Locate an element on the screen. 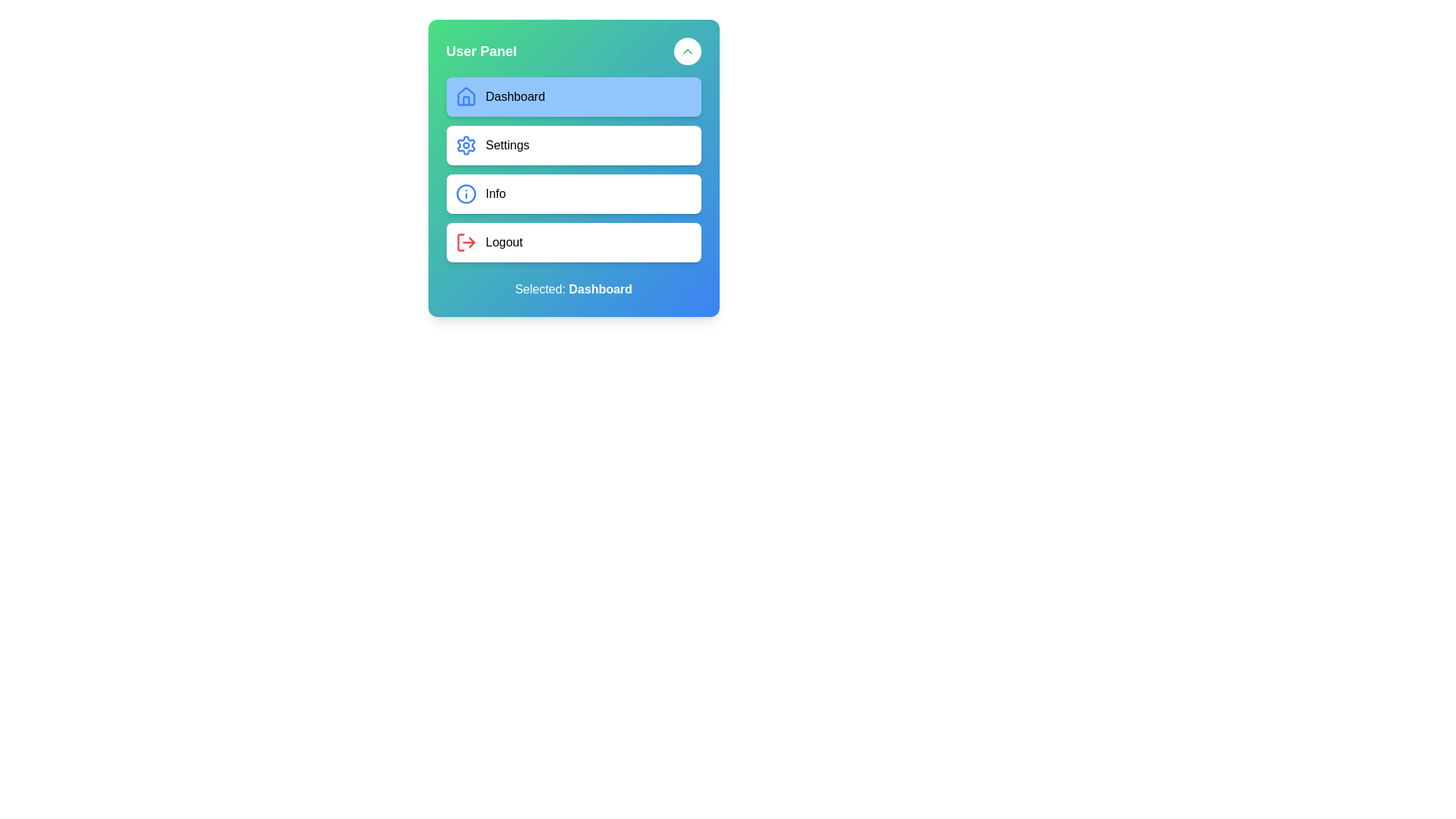  the vertical stack of four interactive buttons with white tiles and rounded corners, located in the 'User Panel' card, to trigger visual feedback is located at coordinates (573, 169).